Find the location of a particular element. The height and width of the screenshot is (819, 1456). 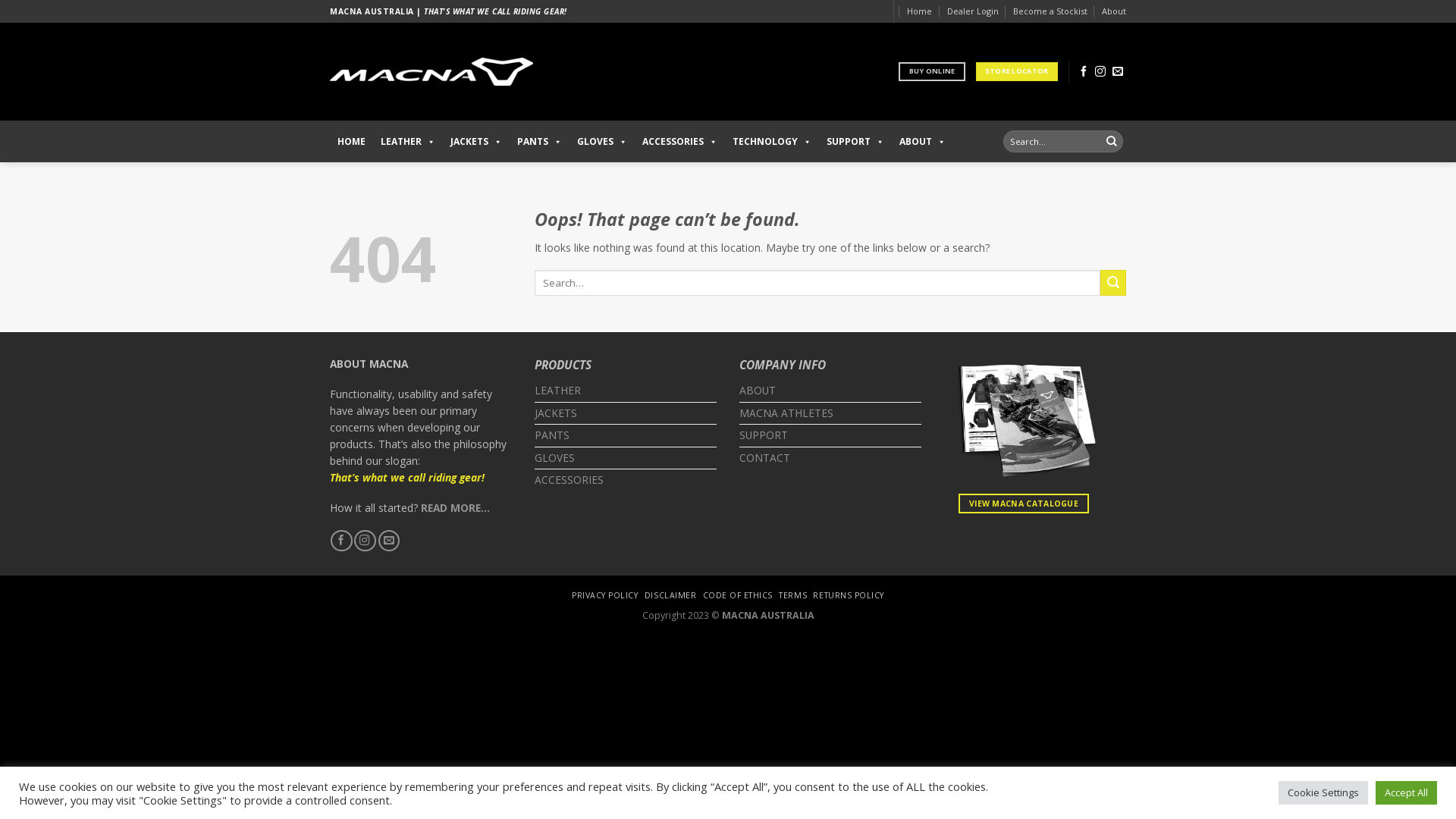

'SUPPORT' is located at coordinates (764, 435).